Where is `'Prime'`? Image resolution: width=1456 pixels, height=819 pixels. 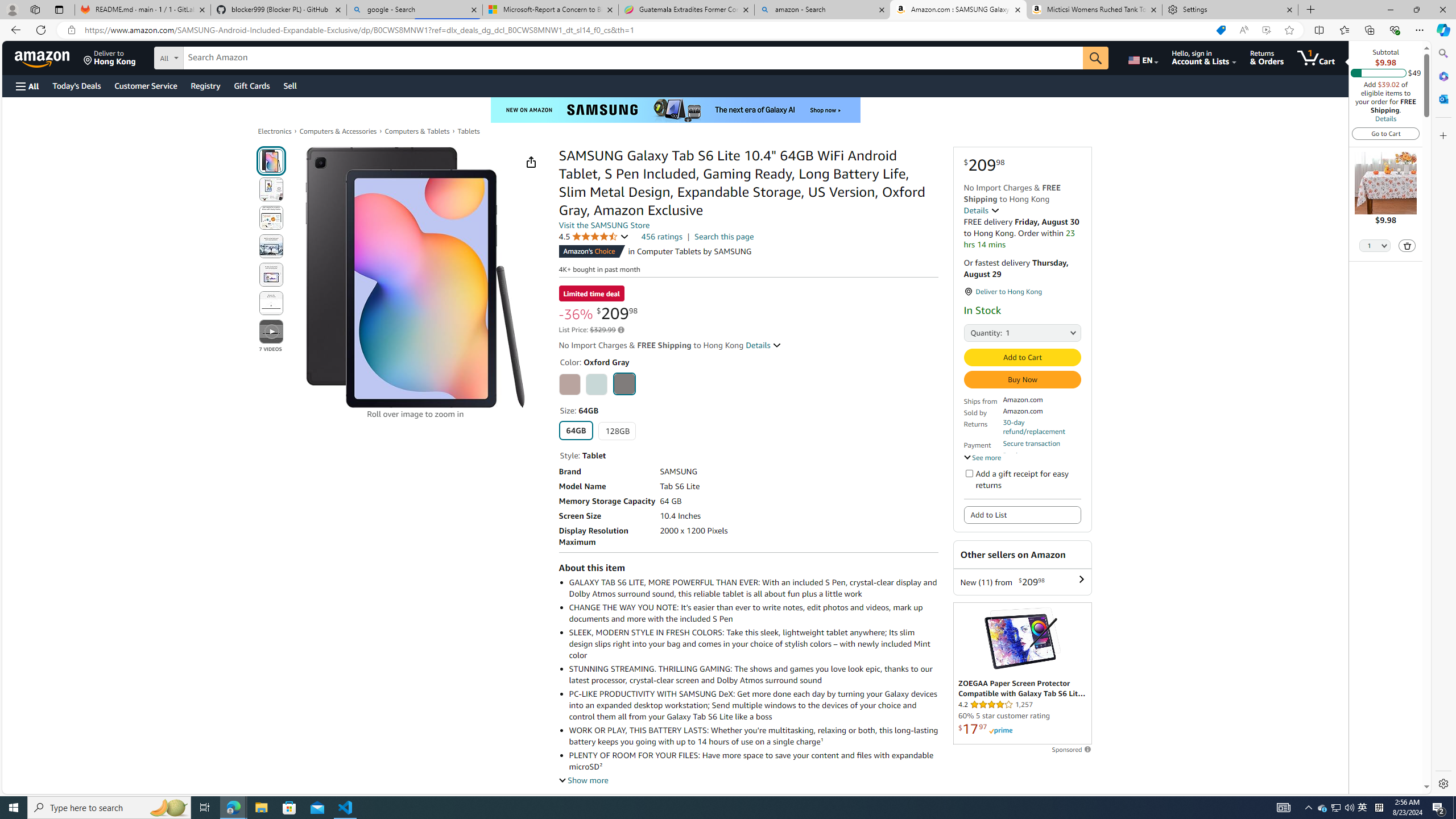 'Prime' is located at coordinates (1001, 730).